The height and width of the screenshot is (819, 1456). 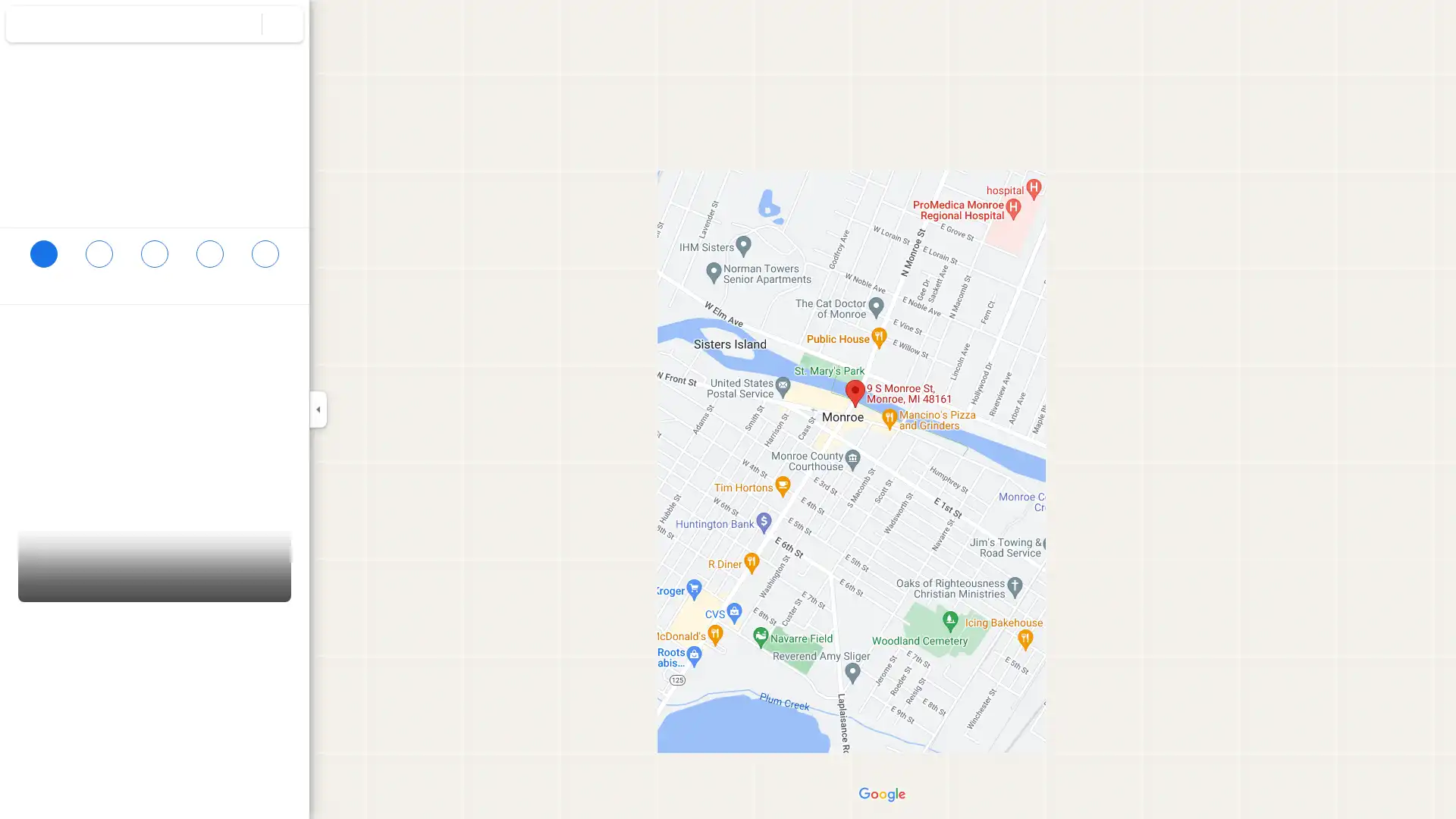 I want to click on Share 9 S Monroe St, so click(x=265, y=259).